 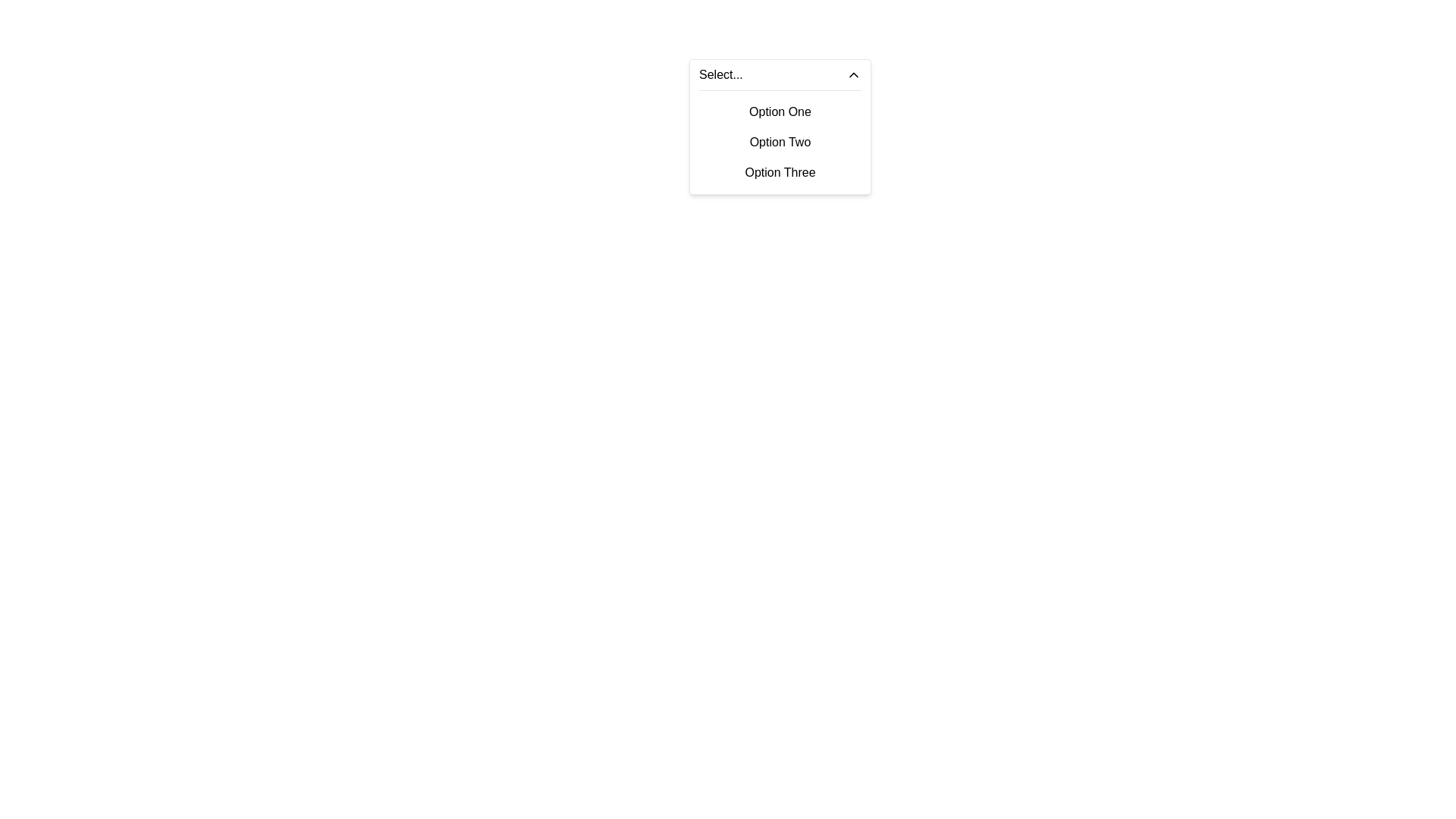 What do you see at coordinates (780, 111) in the screenshot?
I see `the 'Option One' Text button, which displays the text with a rounded border and changes colors on hover` at bounding box center [780, 111].